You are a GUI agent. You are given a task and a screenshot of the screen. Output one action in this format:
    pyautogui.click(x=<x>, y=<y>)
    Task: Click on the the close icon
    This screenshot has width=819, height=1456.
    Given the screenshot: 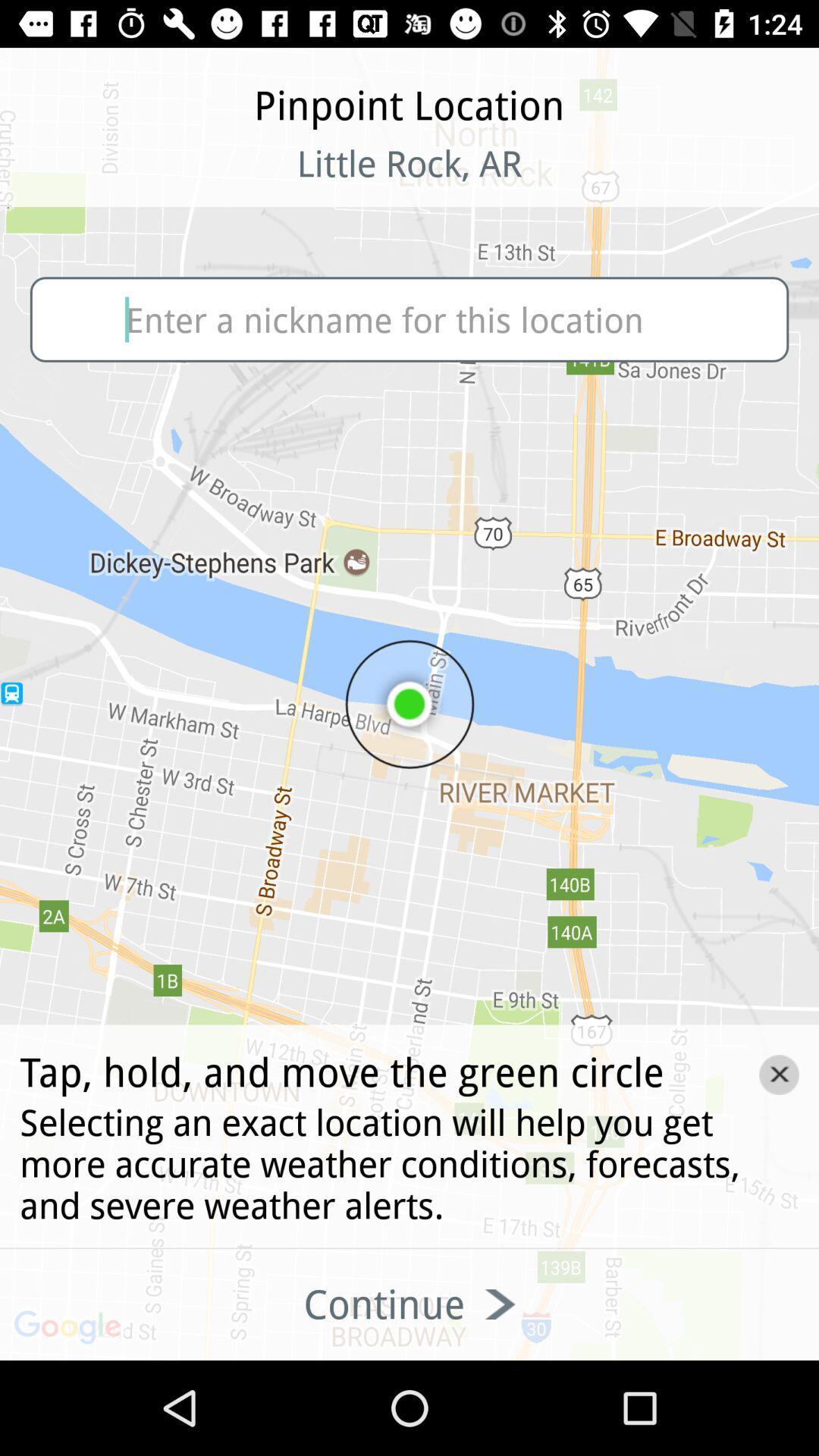 What is the action you would take?
    pyautogui.click(x=779, y=1074)
    